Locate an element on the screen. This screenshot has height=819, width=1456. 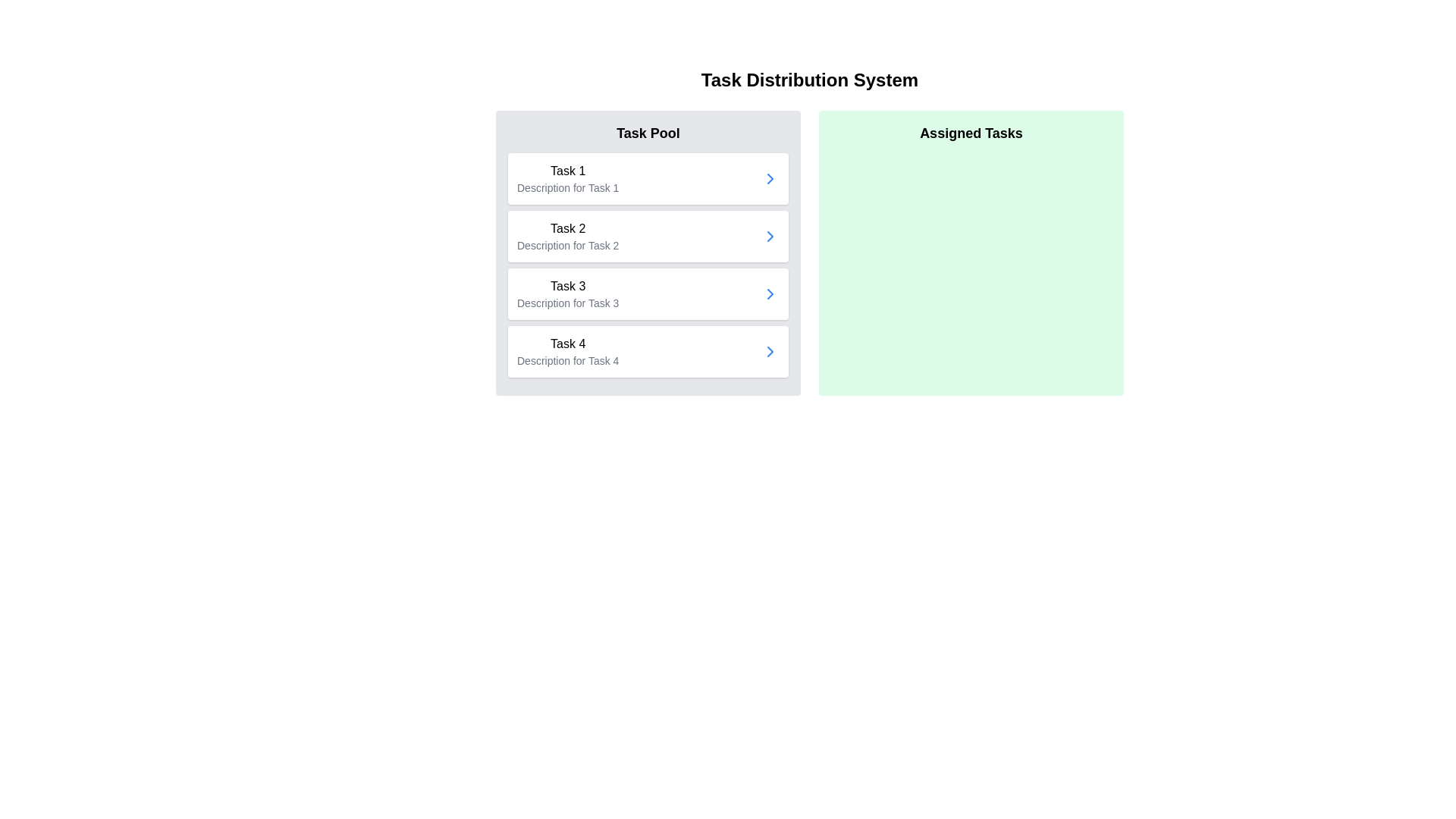
the small right-facing chevron arrow icon button located to the right of 'Task 2 Description for Task 2' in the Task Pool section to interact or navigate is located at coordinates (770, 237).